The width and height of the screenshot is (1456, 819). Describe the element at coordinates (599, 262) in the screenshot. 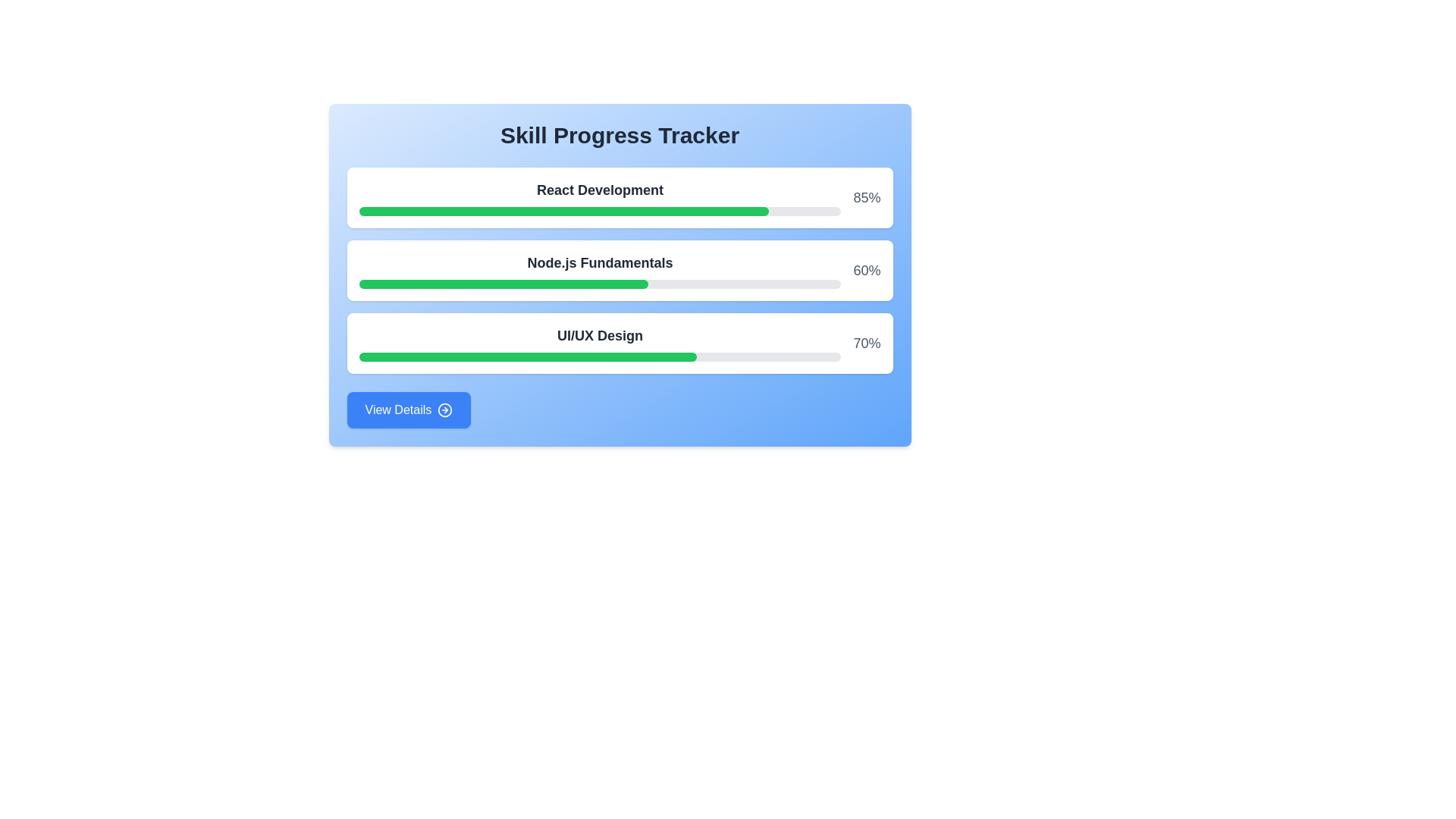

I see `the text label that identifies the skill associated with the progress bar, positioned between 'React Development' and 'UI/UX Design'` at that location.